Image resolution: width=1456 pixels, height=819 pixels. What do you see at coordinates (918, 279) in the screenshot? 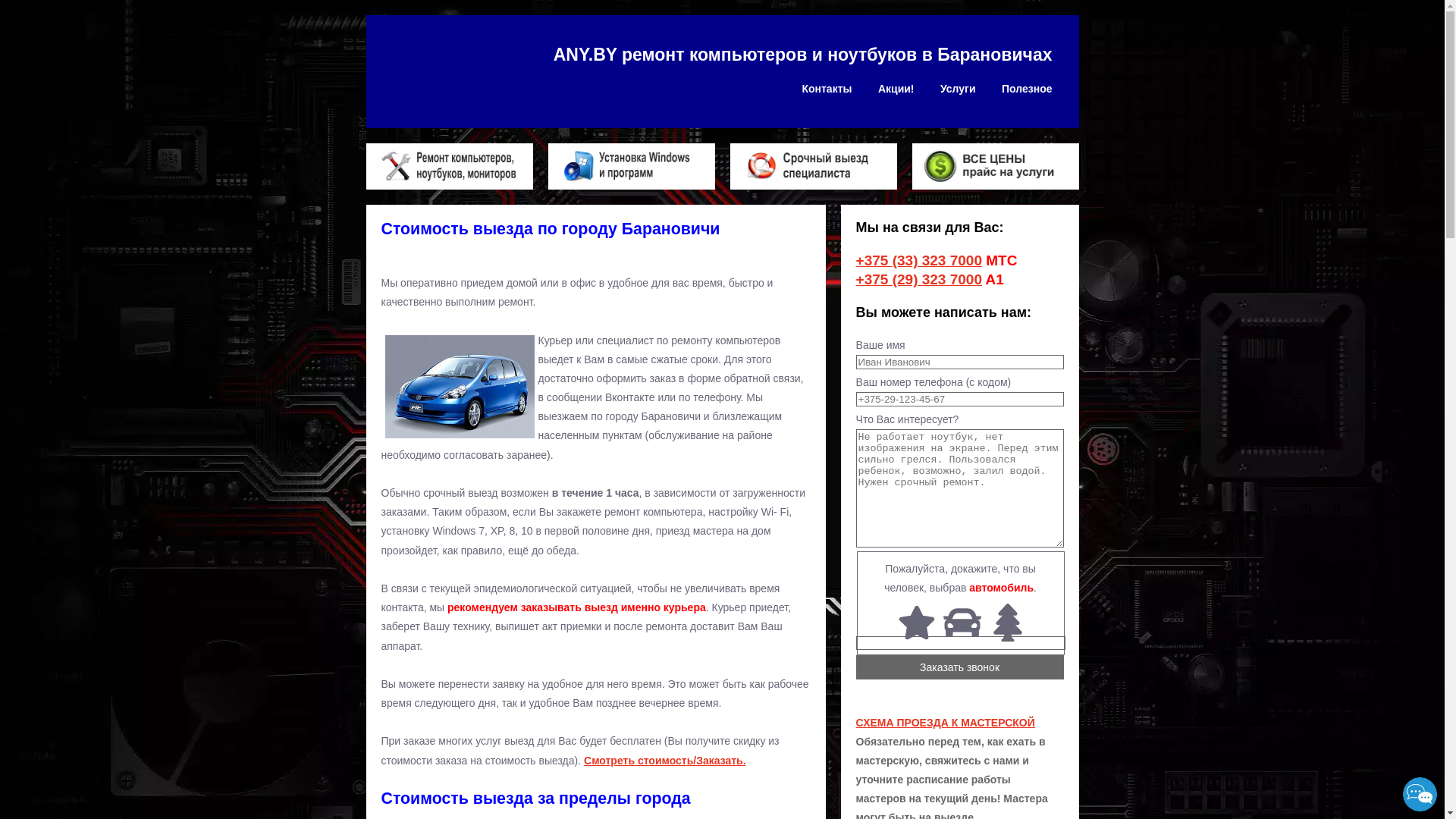
I see `'+375 (29) 323 7000'` at bounding box center [918, 279].